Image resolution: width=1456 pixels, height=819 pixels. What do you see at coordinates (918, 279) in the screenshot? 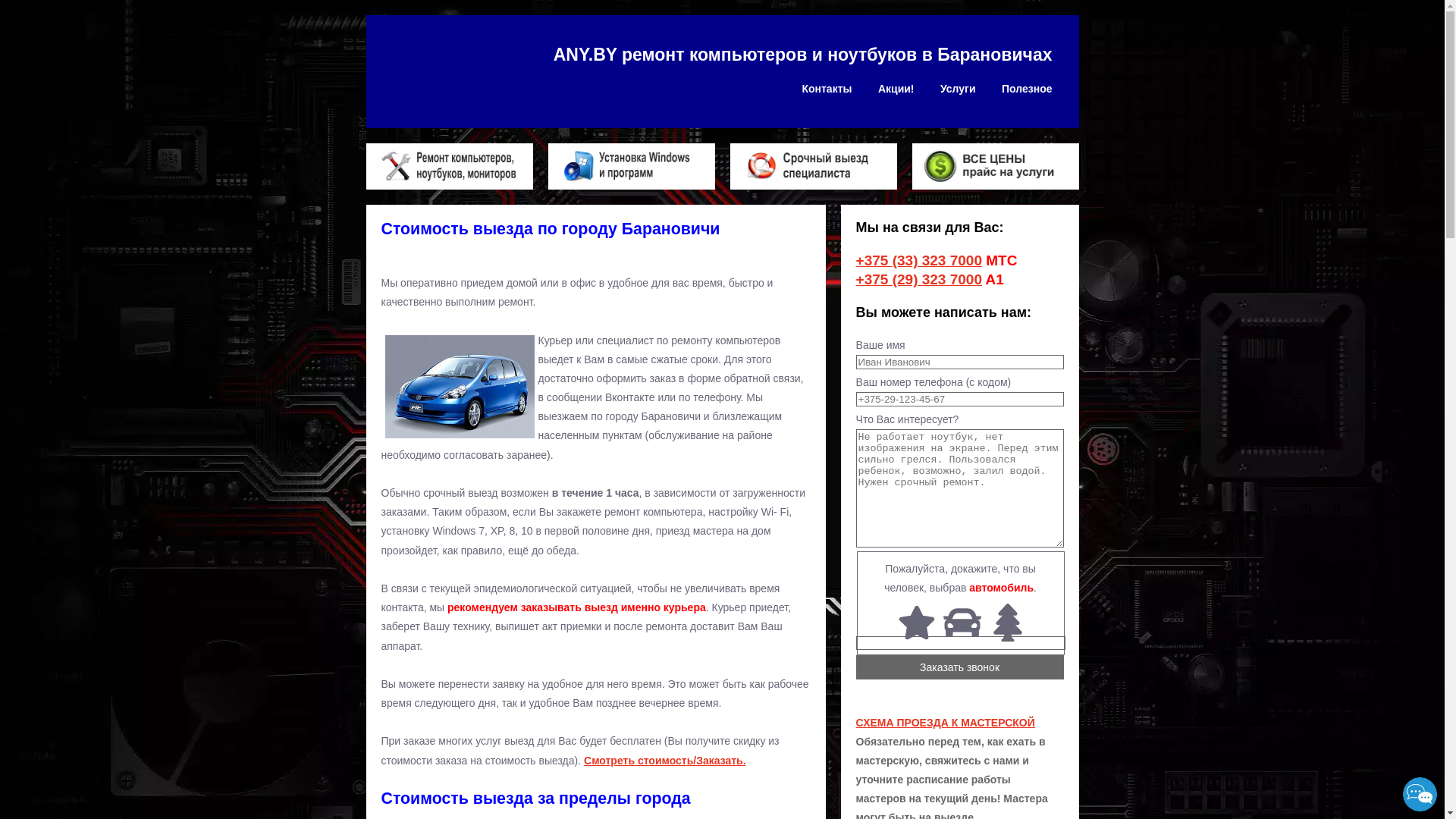
I see `'+375 (29) 323 7000'` at bounding box center [918, 279].